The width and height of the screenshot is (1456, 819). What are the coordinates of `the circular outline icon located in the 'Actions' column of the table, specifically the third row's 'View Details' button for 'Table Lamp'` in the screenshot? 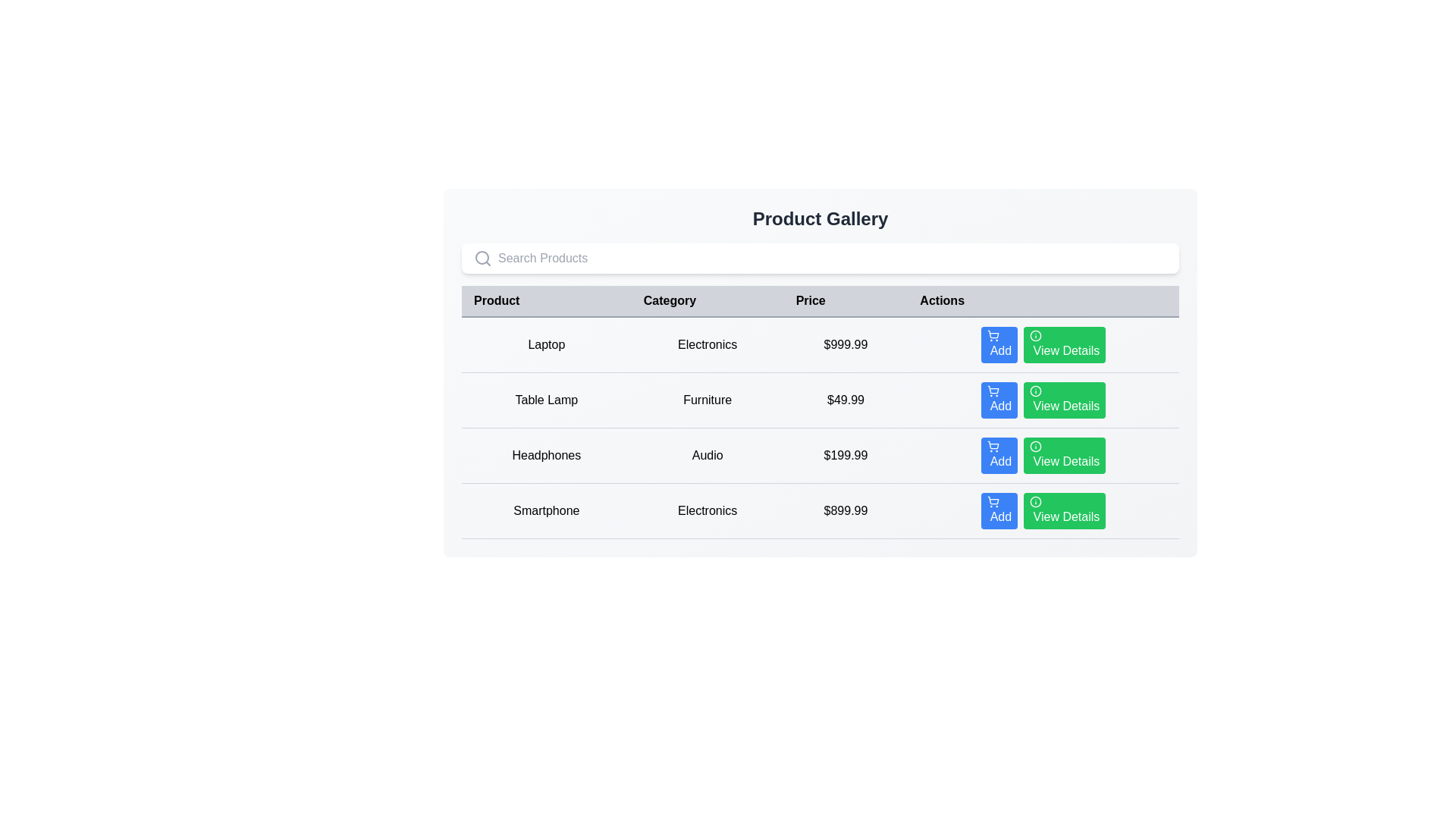 It's located at (1035, 391).